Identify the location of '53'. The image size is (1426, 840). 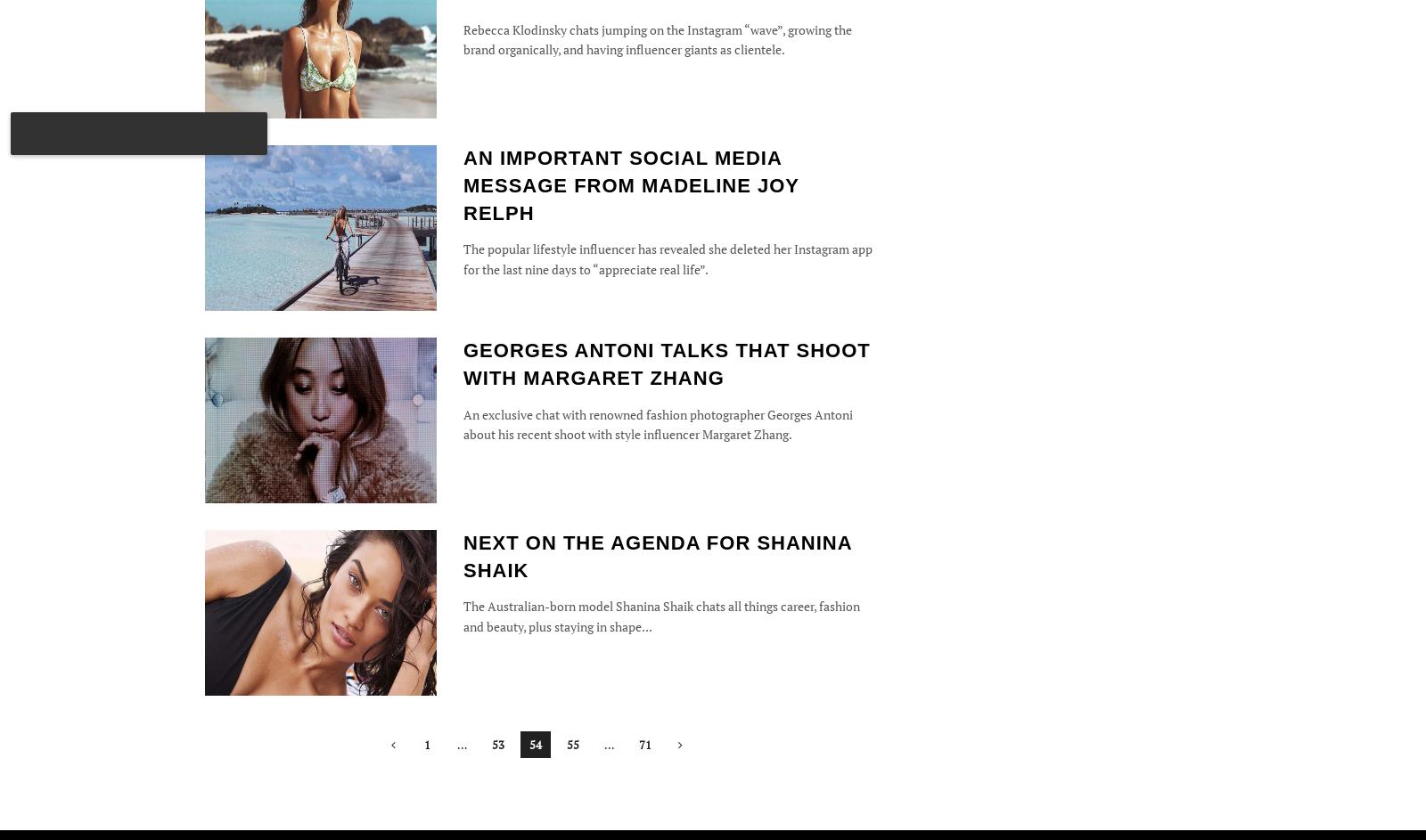
(496, 743).